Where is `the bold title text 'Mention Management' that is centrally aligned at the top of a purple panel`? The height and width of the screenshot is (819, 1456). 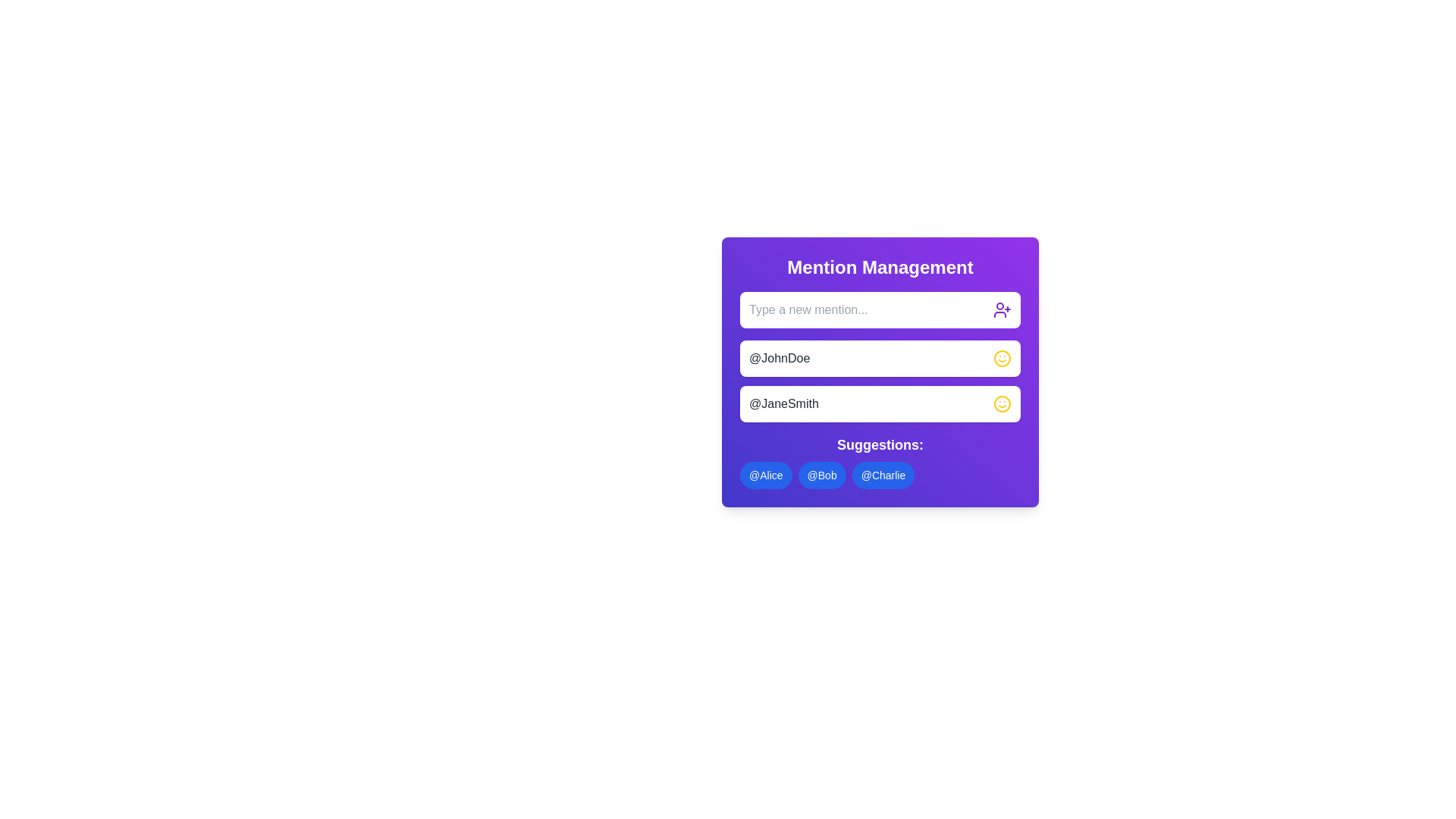 the bold title text 'Mention Management' that is centrally aligned at the top of a purple panel is located at coordinates (880, 267).